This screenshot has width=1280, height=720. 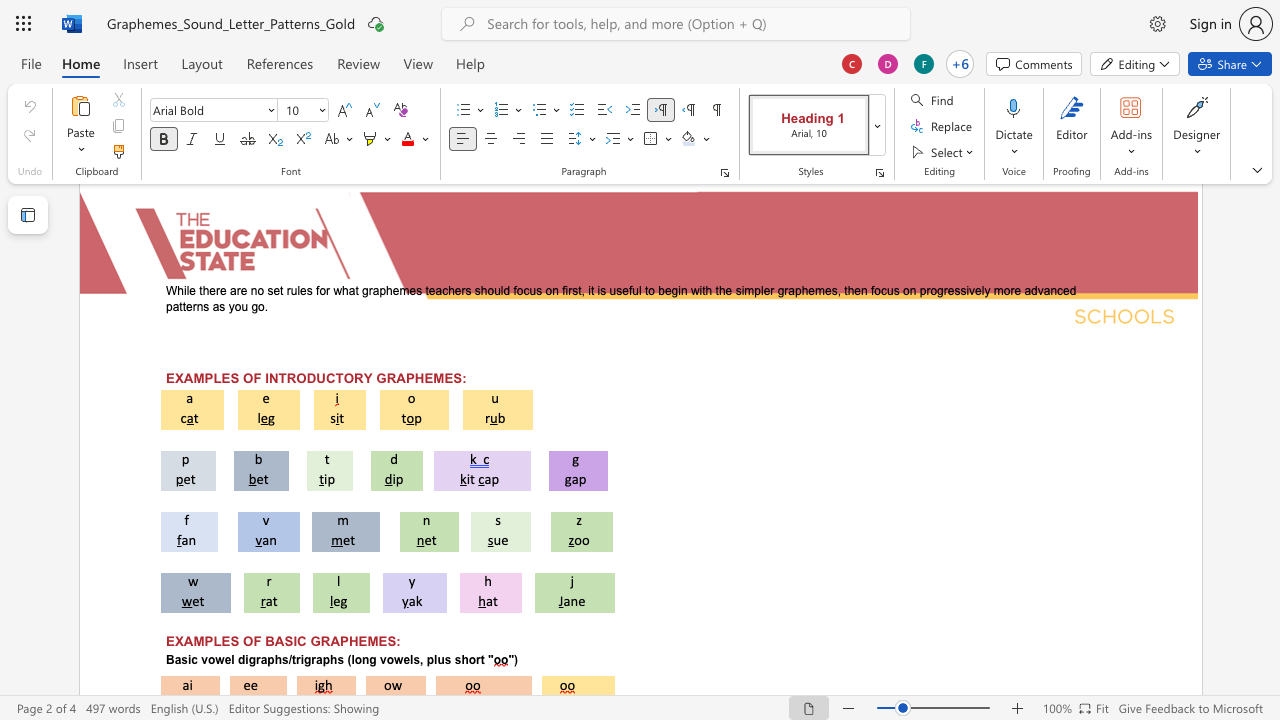 What do you see at coordinates (295, 660) in the screenshot?
I see `the space between the continuous character "t" and "r" in the text` at bounding box center [295, 660].